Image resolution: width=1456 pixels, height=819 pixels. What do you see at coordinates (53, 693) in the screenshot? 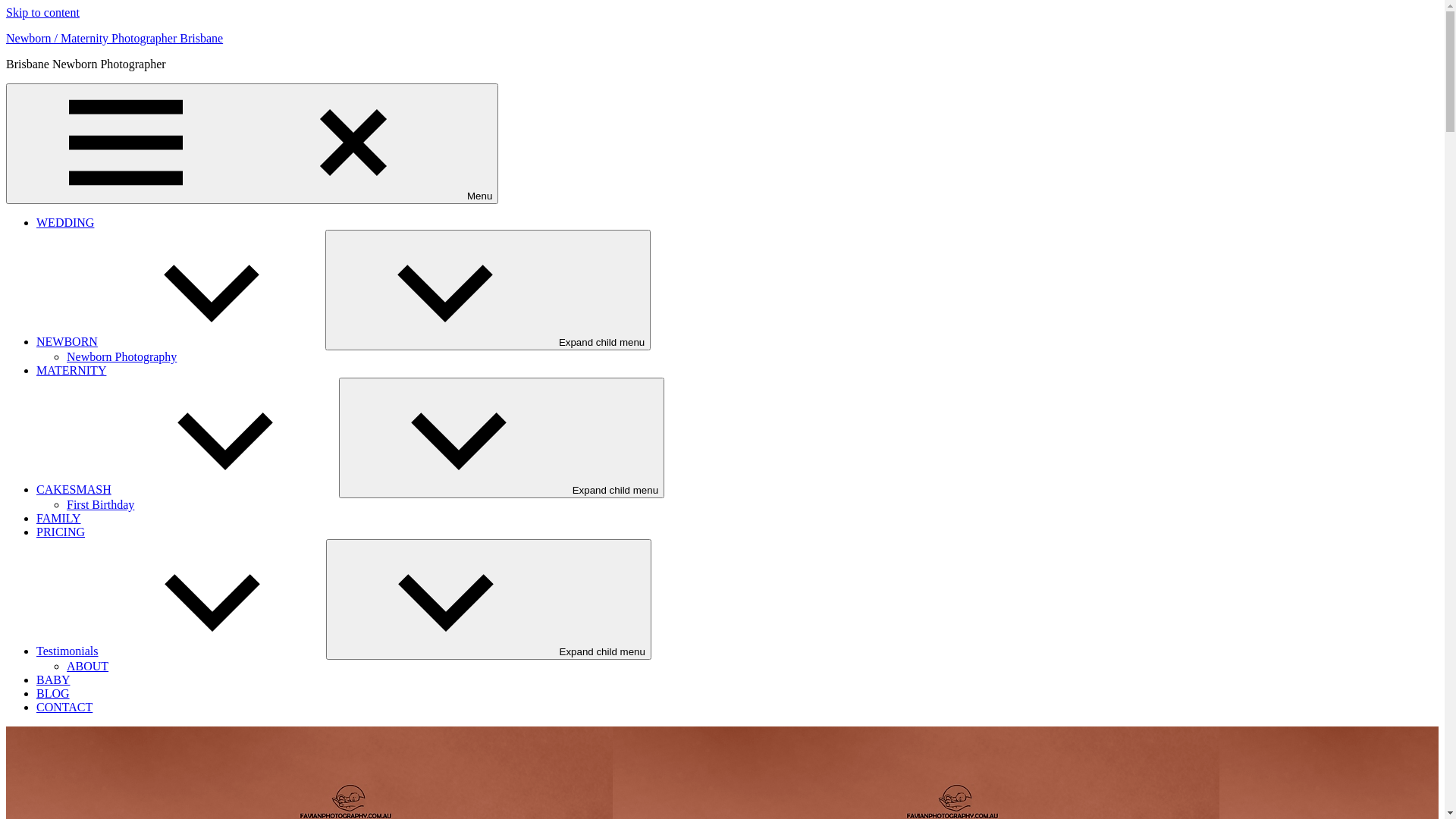
I see `'BLOG'` at bounding box center [53, 693].